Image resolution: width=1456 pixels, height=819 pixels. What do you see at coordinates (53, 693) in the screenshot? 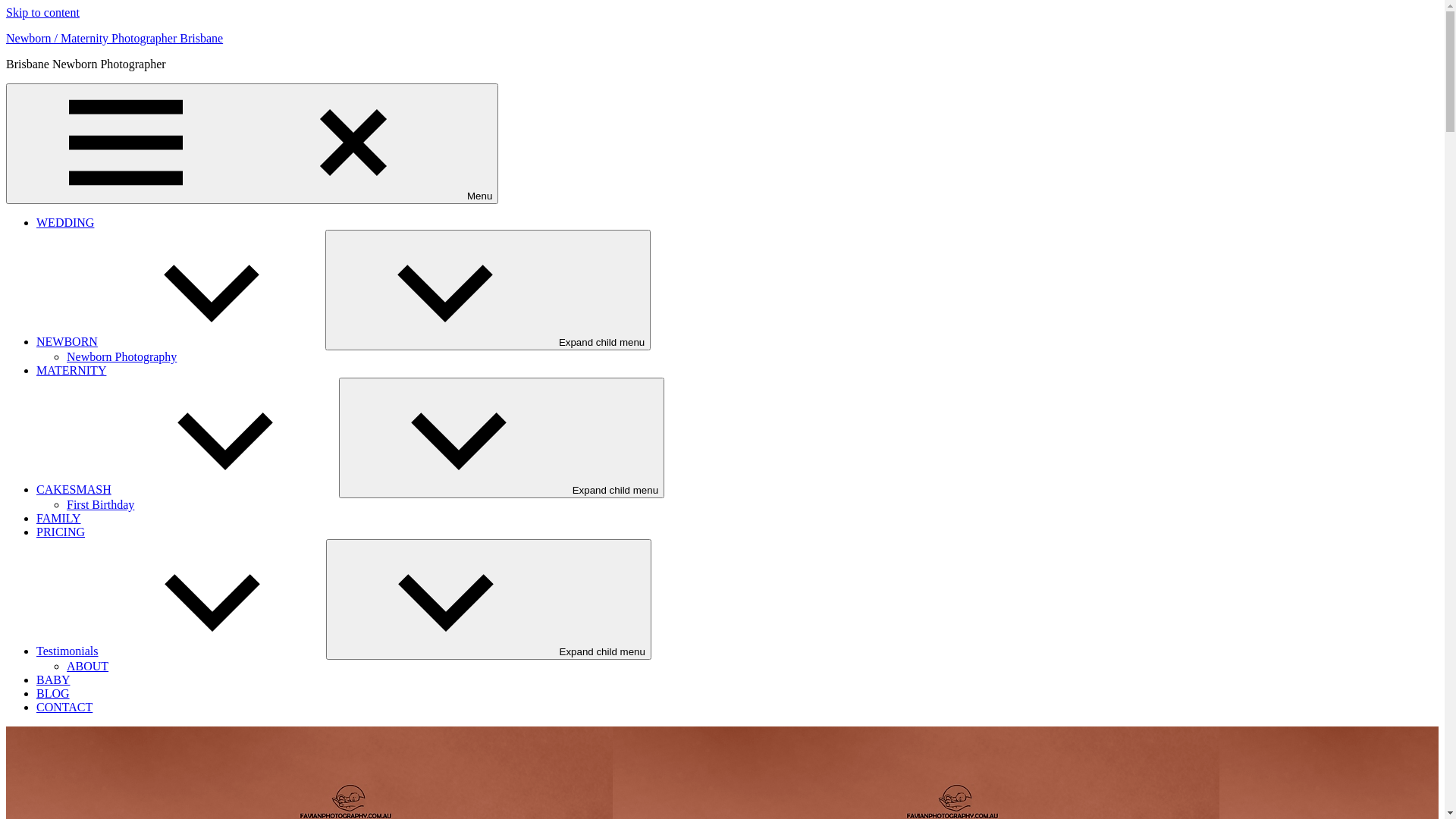
I see `'BLOG'` at bounding box center [53, 693].